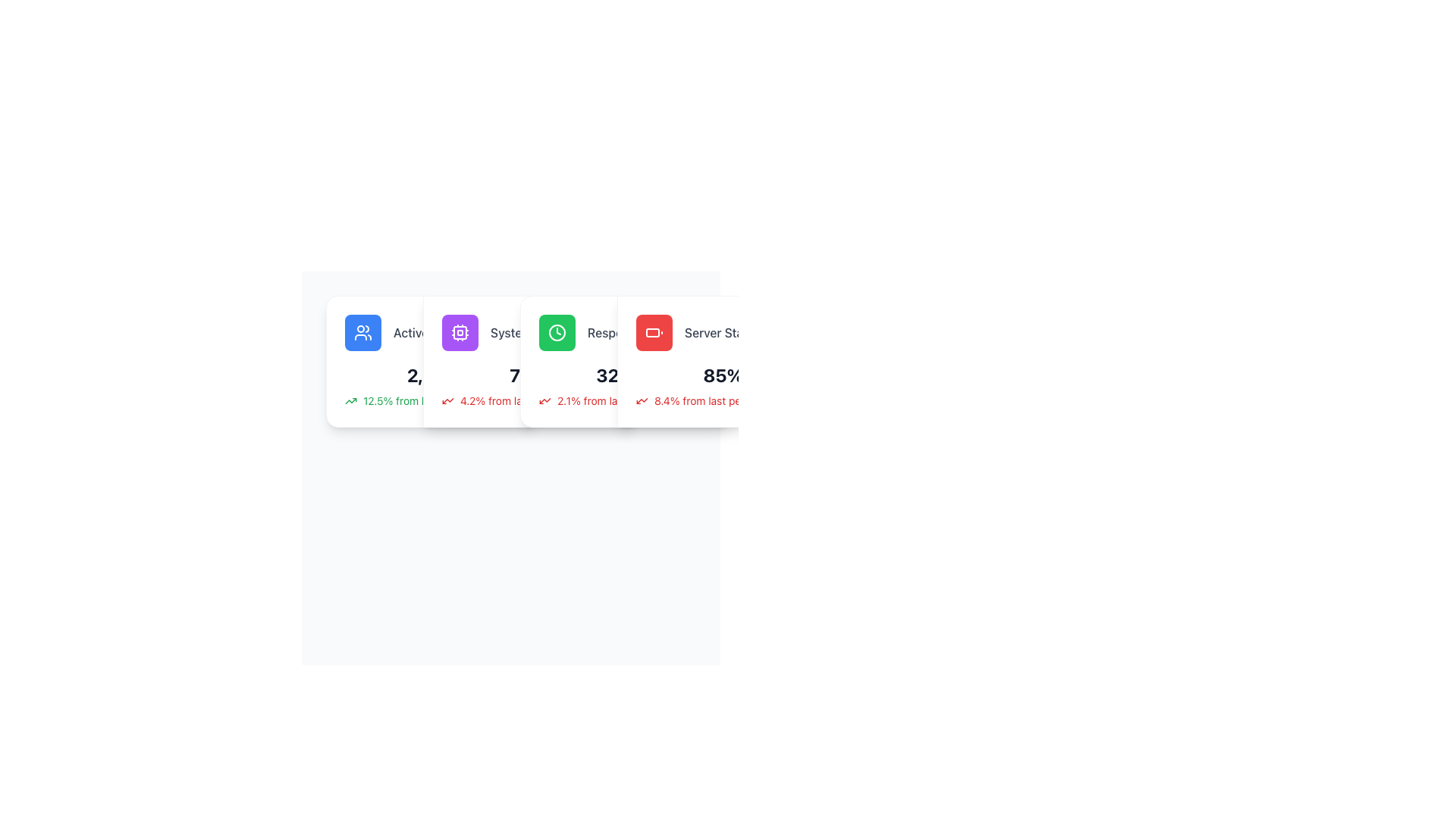  Describe the element at coordinates (459, 332) in the screenshot. I see `the CPU-like icon representing a category or feature, which is the second icon from the left in the group` at that location.